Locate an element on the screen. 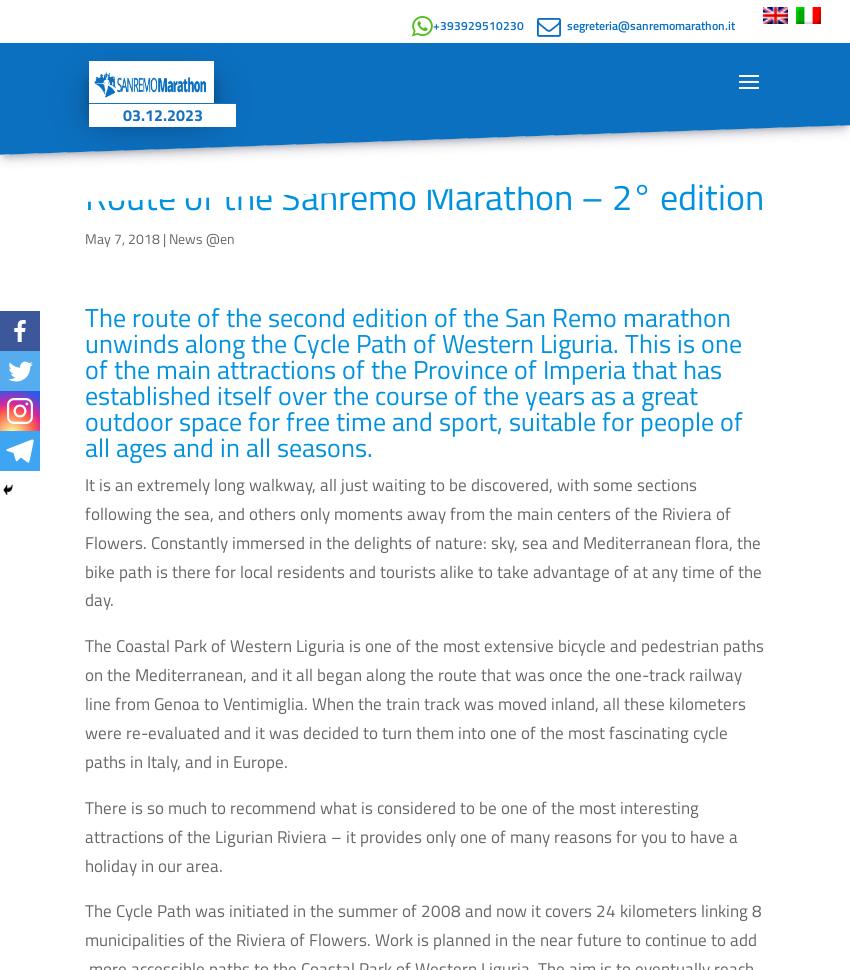 This screenshot has height=970, width=850. '+393929510230' is located at coordinates (478, 25).